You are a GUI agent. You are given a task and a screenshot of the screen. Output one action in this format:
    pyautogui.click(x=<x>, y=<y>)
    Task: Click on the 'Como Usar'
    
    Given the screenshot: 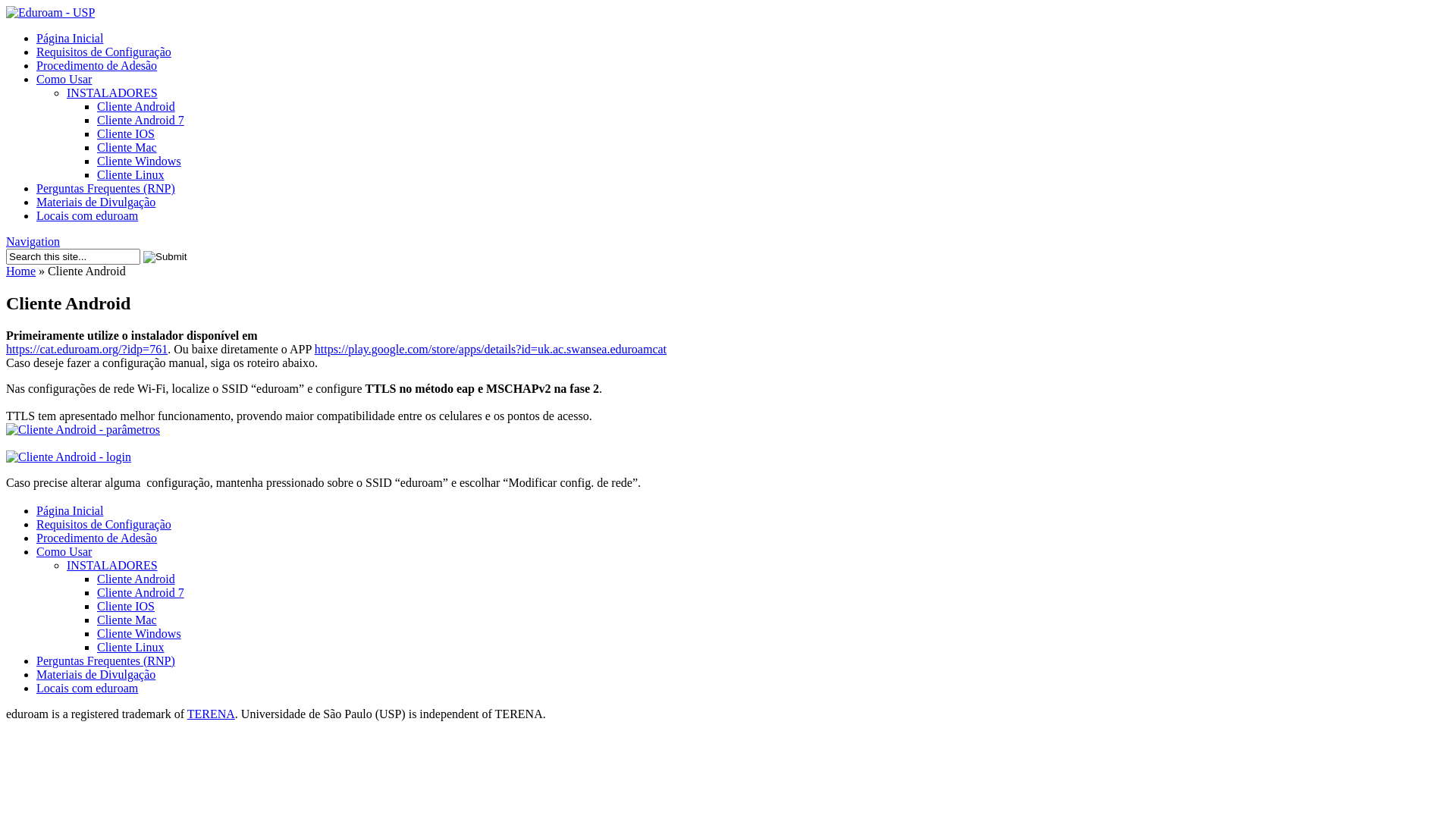 What is the action you would take?
    pyautogui.click(x=63, y=79)
    